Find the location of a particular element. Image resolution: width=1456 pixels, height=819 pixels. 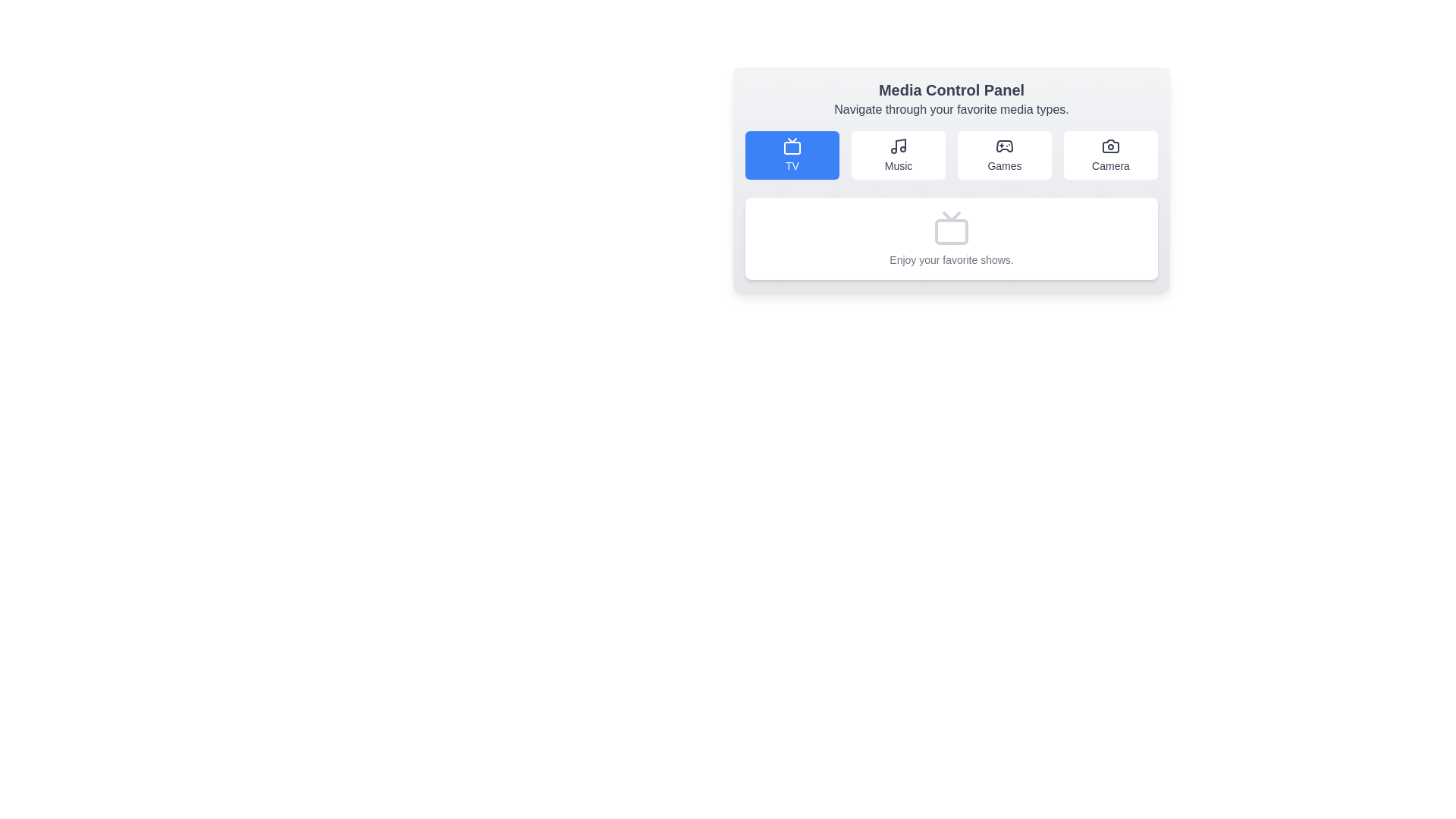

the blue button with rounded corners that contains a television icon and the text 'TV' is located at coordinates (792, 155).